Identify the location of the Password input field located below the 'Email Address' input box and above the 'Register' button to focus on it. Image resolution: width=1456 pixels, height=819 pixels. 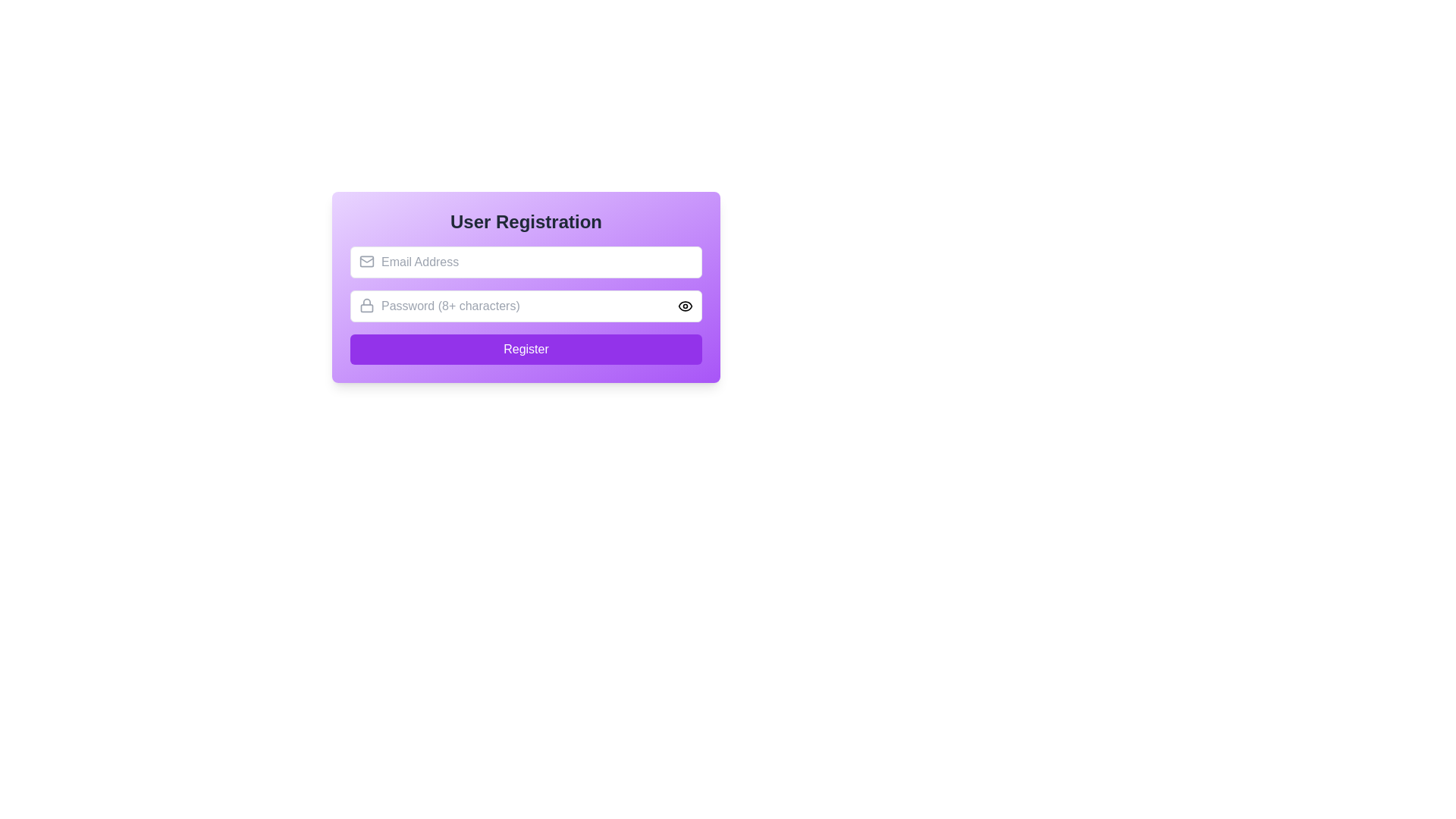
(526, 306).